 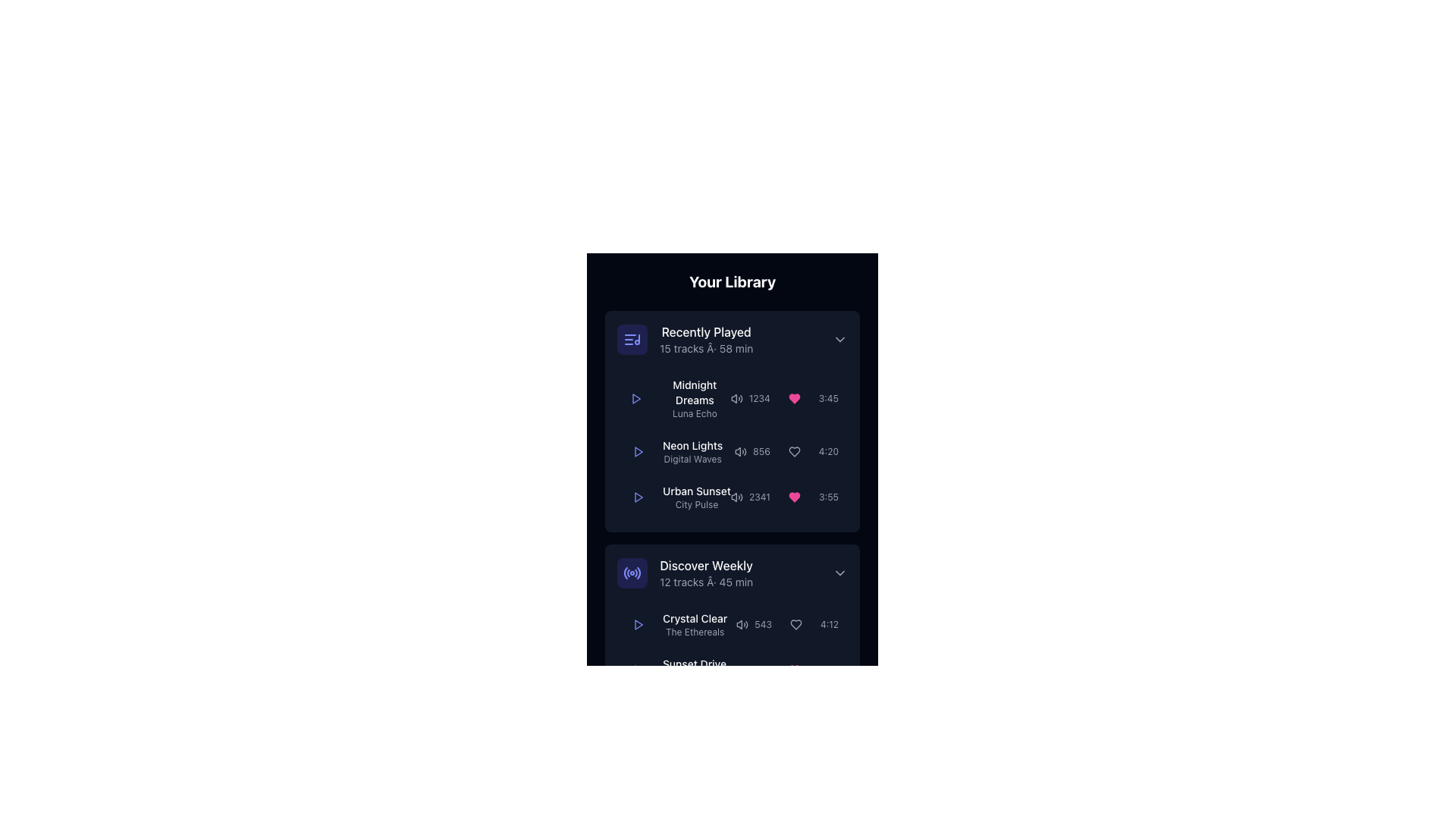 I want to click on the triangular play icon in the 'Recently Played' section of the music playlist to play the track, so click(x=639, y=497).